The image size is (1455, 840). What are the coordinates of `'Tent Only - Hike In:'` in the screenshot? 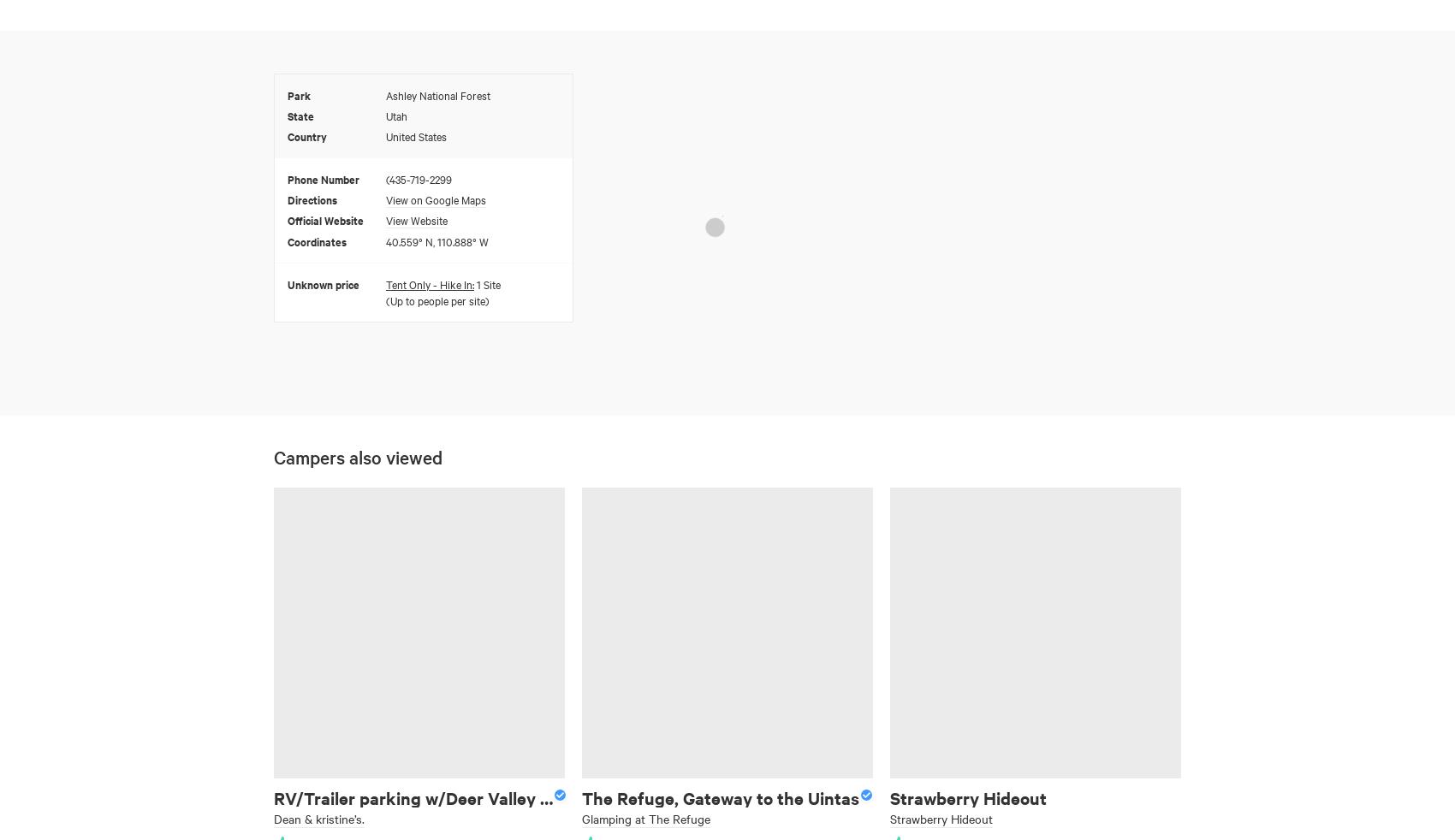 It's located at (386, 283).